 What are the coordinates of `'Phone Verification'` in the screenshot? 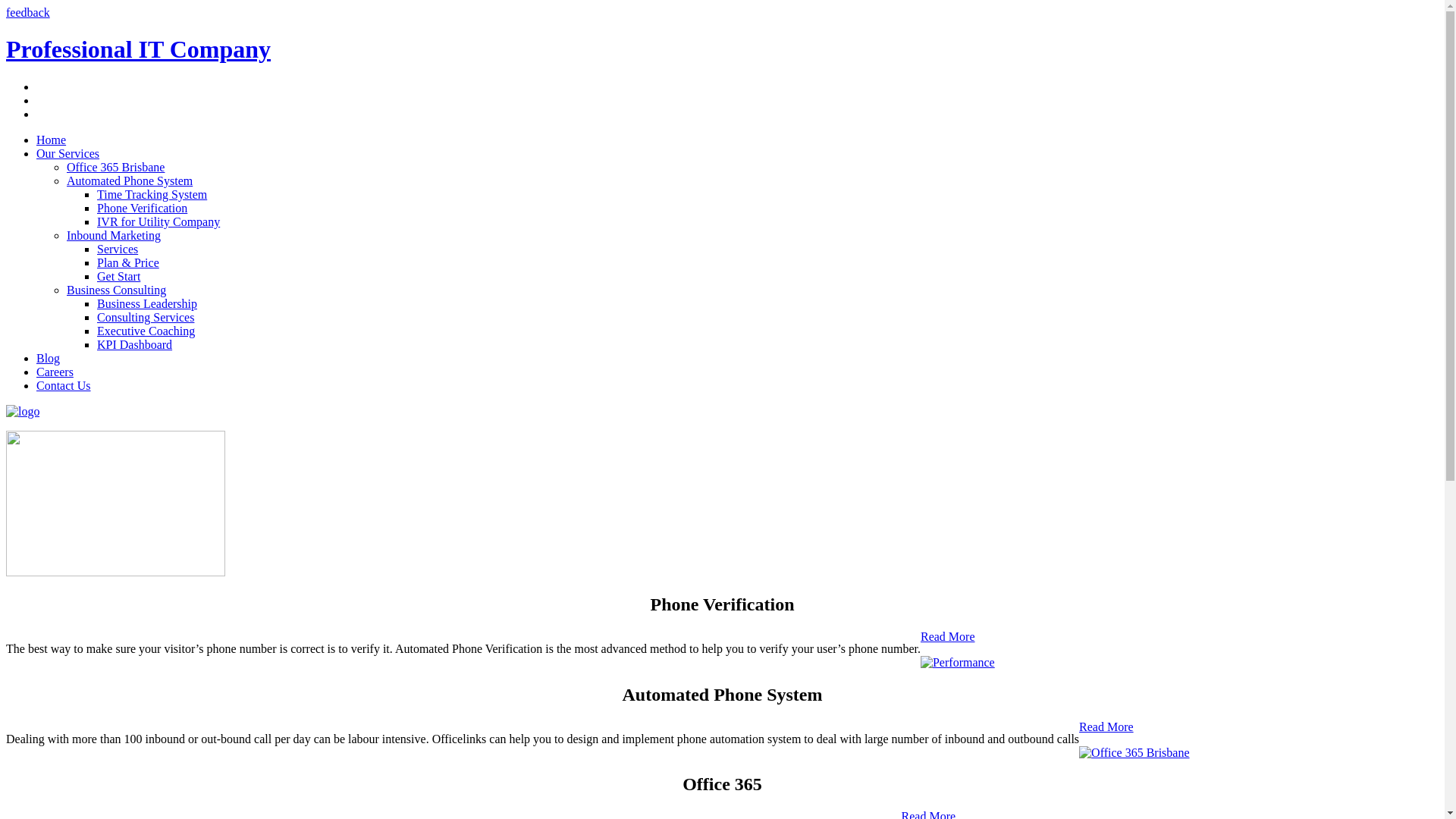 It's located at (142, 208).